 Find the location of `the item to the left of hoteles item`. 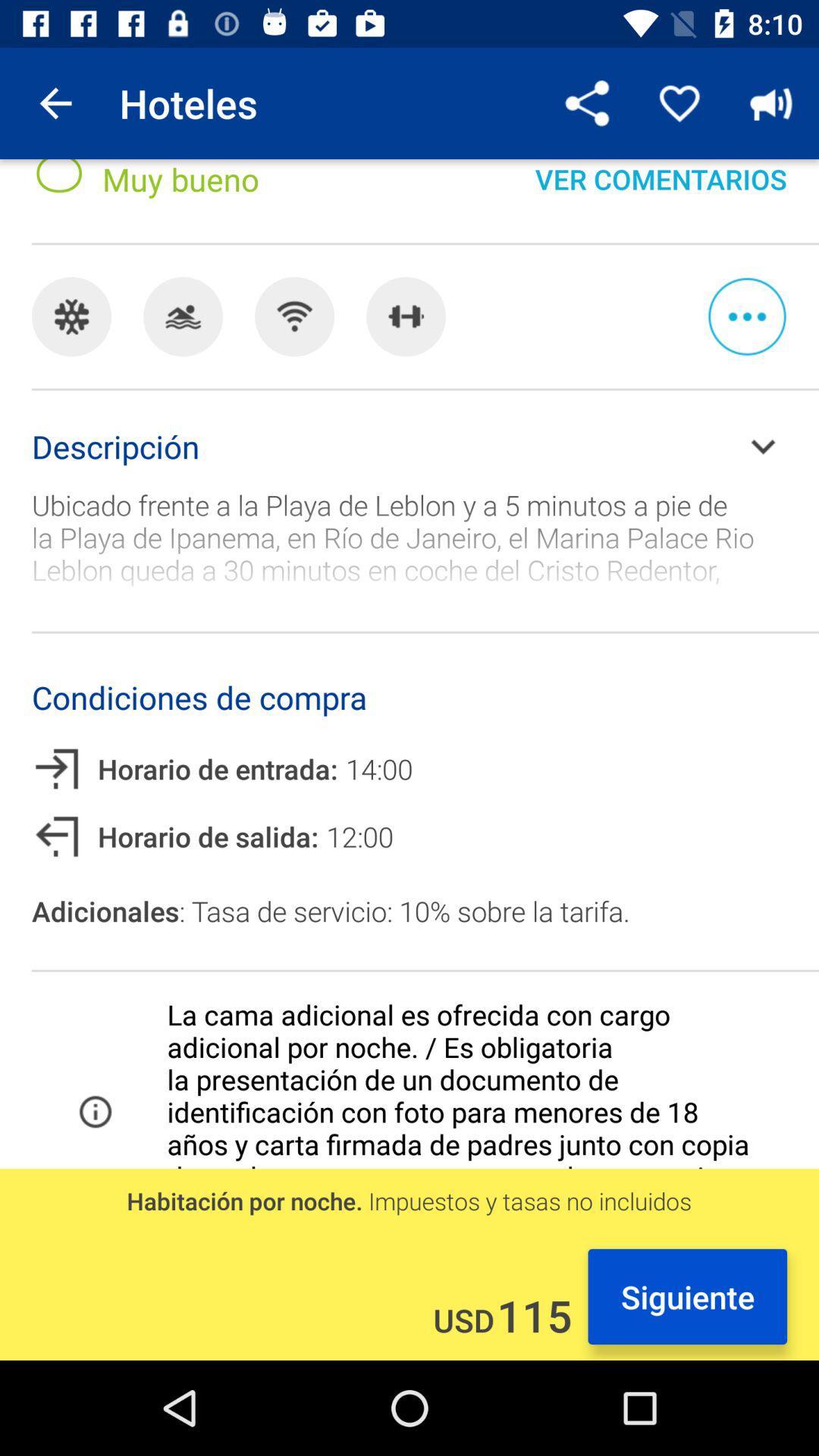

the item to the left of hoteles item is located at coordinates (55, 102).